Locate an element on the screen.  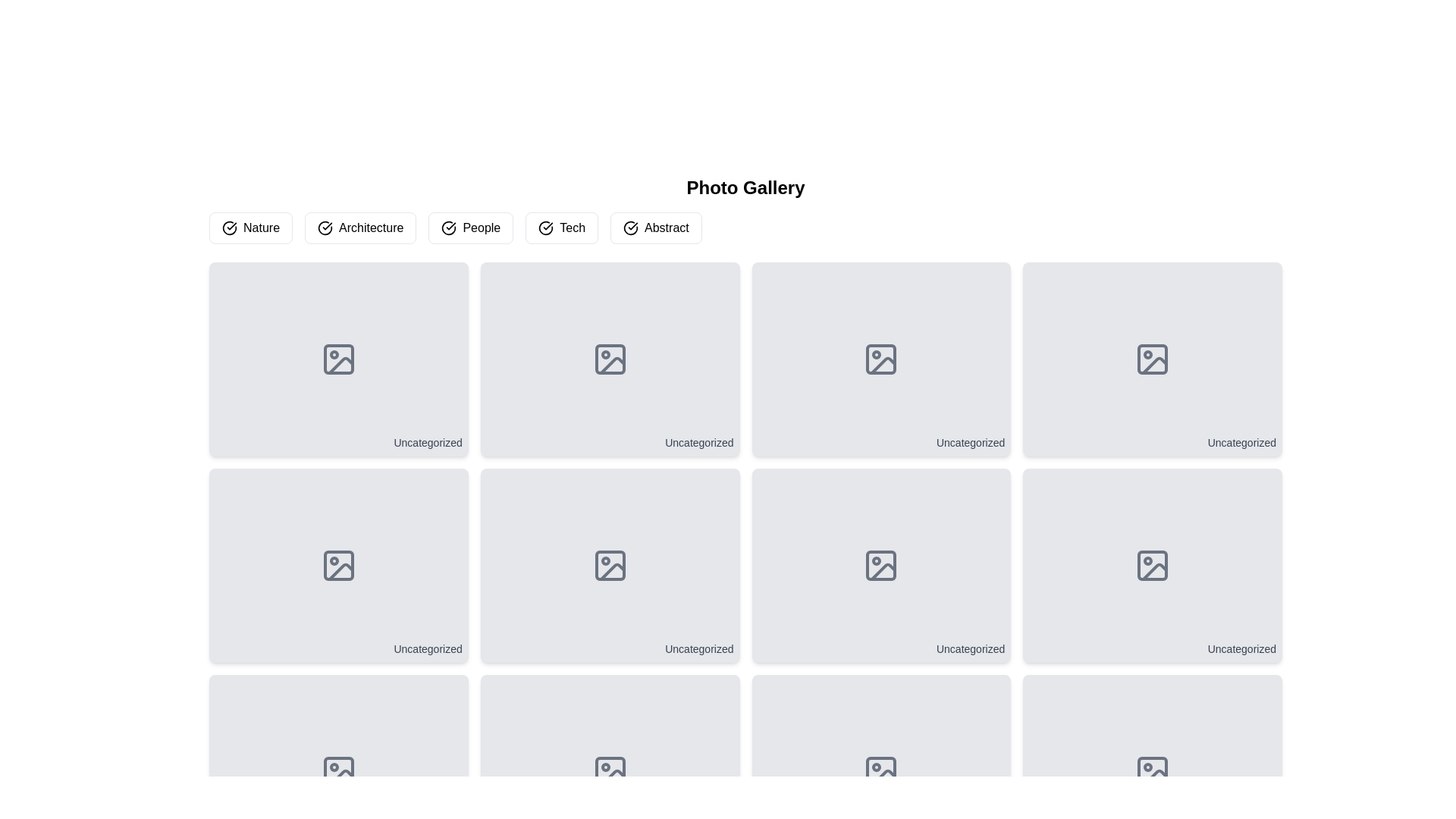
the rectangular thumbnail element labeled 'Uncategorized' located is located at coordinates (881, 565).